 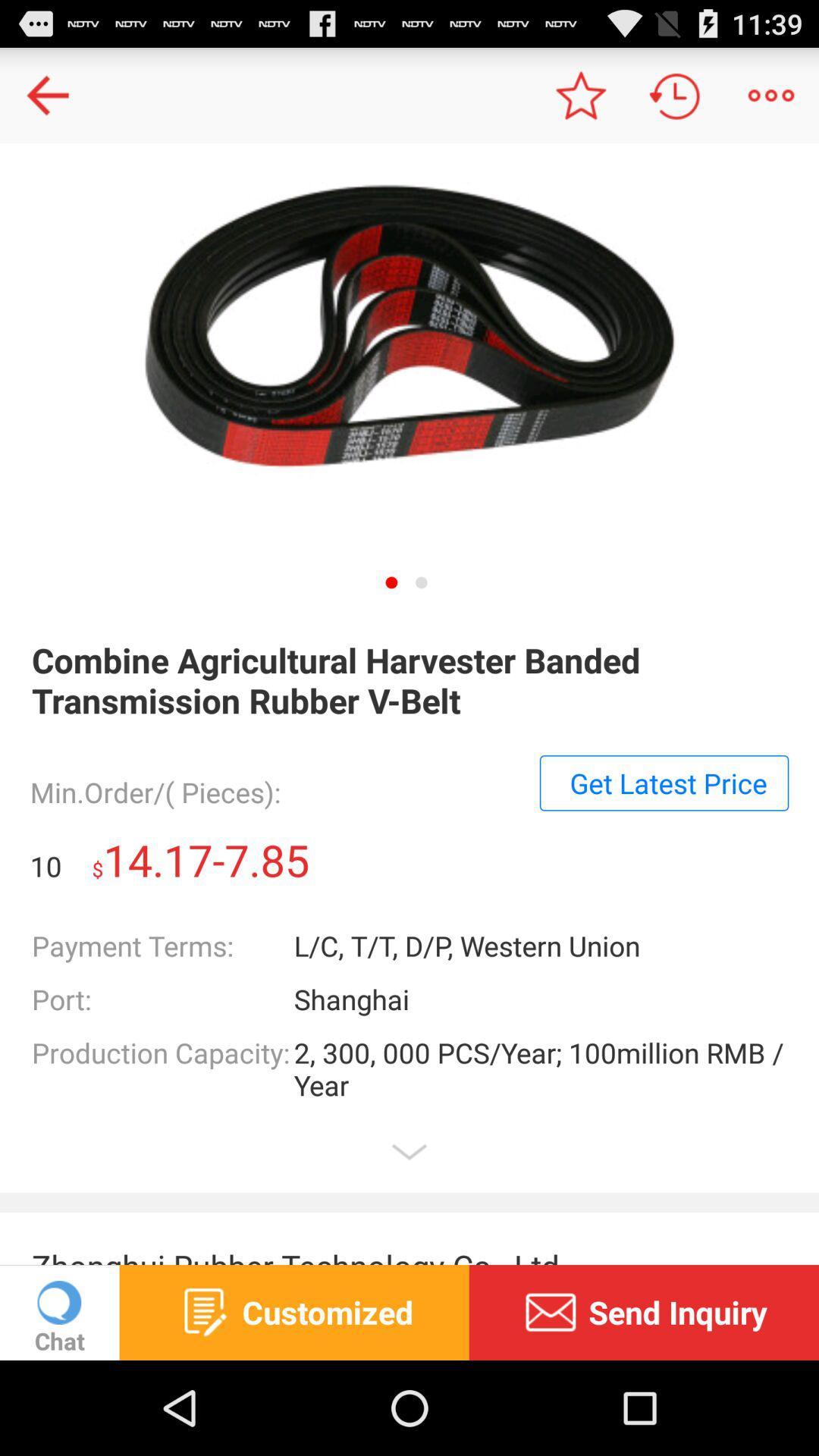 What do you see at coordinates (579, 101) in the screenshot?
I see `the star icon` at bounding box center [579, 101].